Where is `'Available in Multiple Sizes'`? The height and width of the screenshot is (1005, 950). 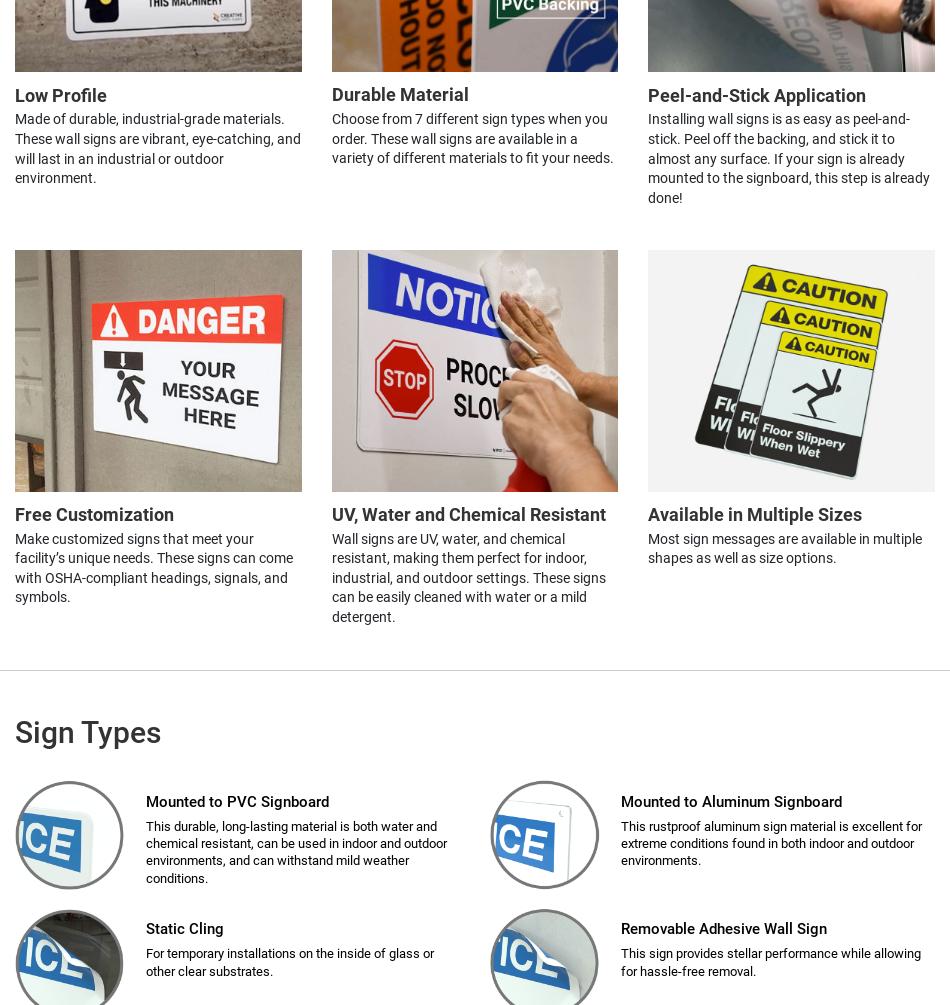 'Available in Multiple Sizes' is located at coordinates (647, 513).